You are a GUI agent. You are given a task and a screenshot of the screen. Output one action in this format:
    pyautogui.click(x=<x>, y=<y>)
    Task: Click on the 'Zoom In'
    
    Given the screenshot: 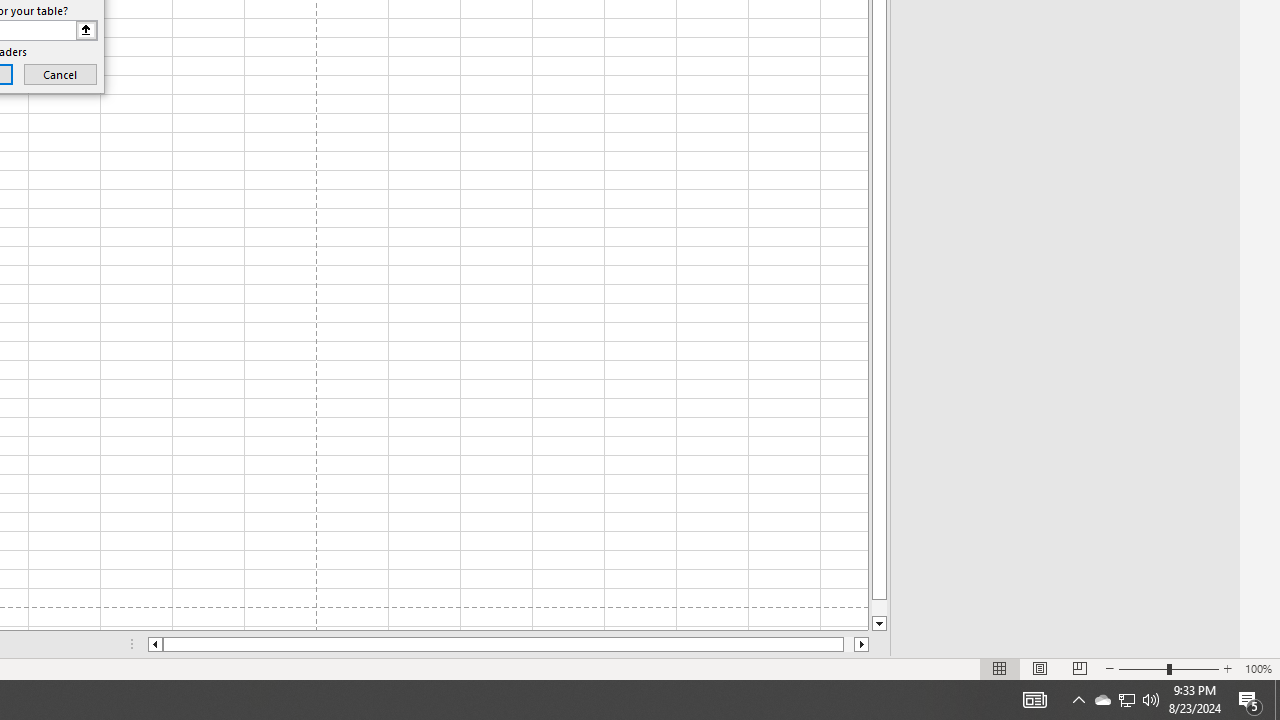 What is the action you would take?
    pyautogui.click(x=1226, y=669)
    